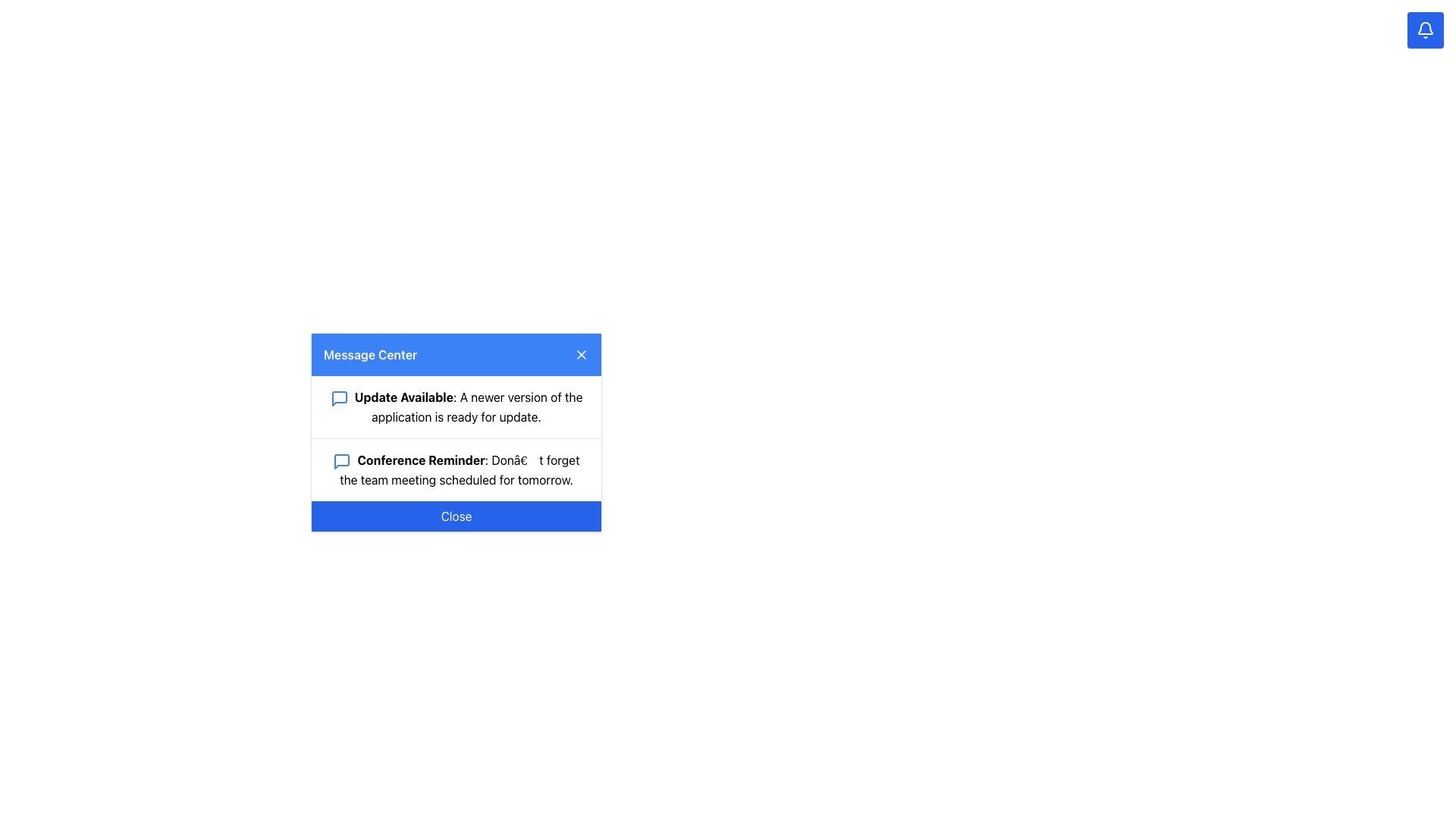 The height and width of the screenshot is (819, 1456). What do you see at coordinates (455, 468) in the screenshot?
I see `the Notification Item that serves to inform the user of an upcoming team meeting, located below the 'Update Available' notification` at bounding box center [455, 468].